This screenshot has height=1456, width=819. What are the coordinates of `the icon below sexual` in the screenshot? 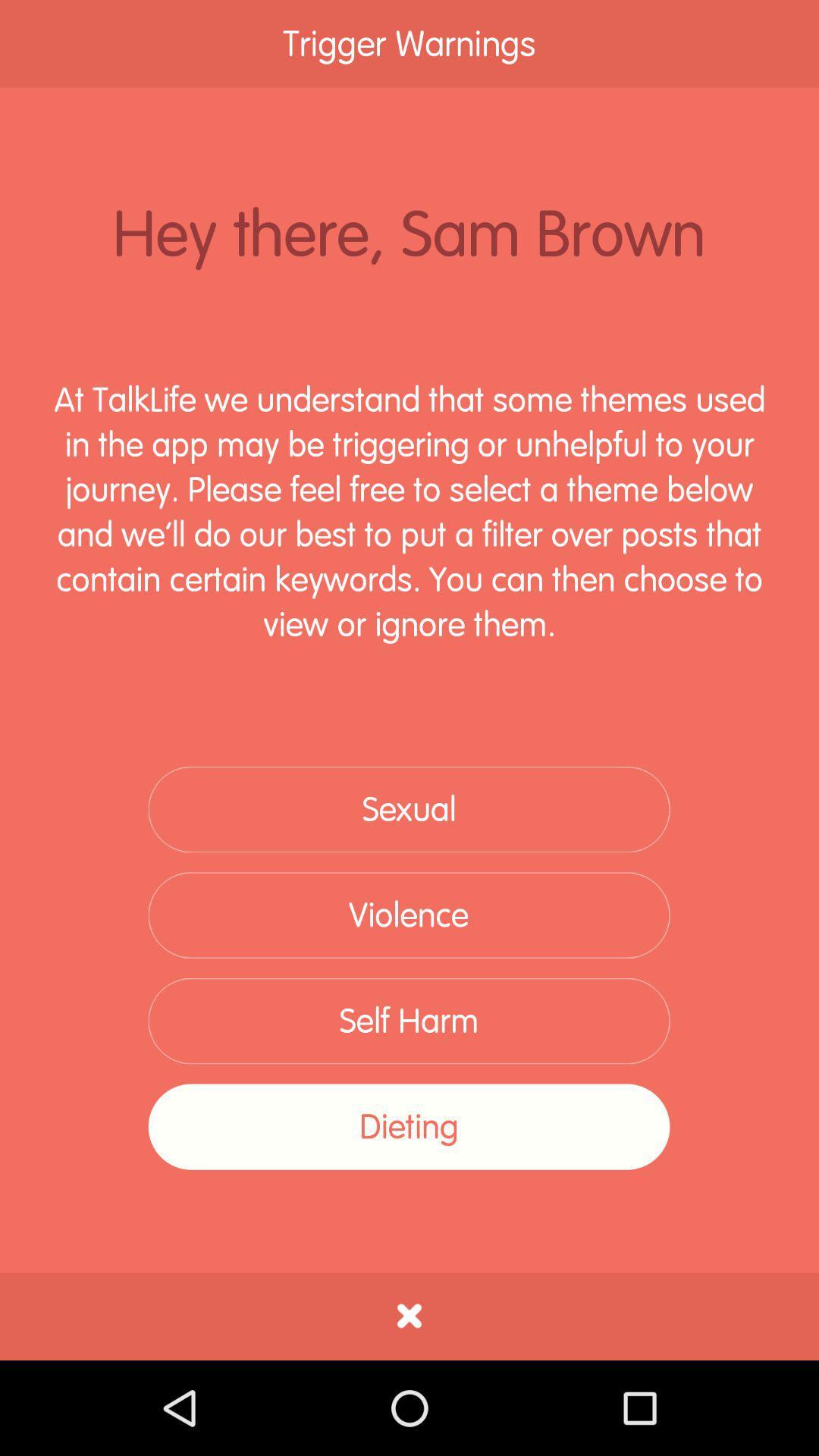 It's located at (408, 915).